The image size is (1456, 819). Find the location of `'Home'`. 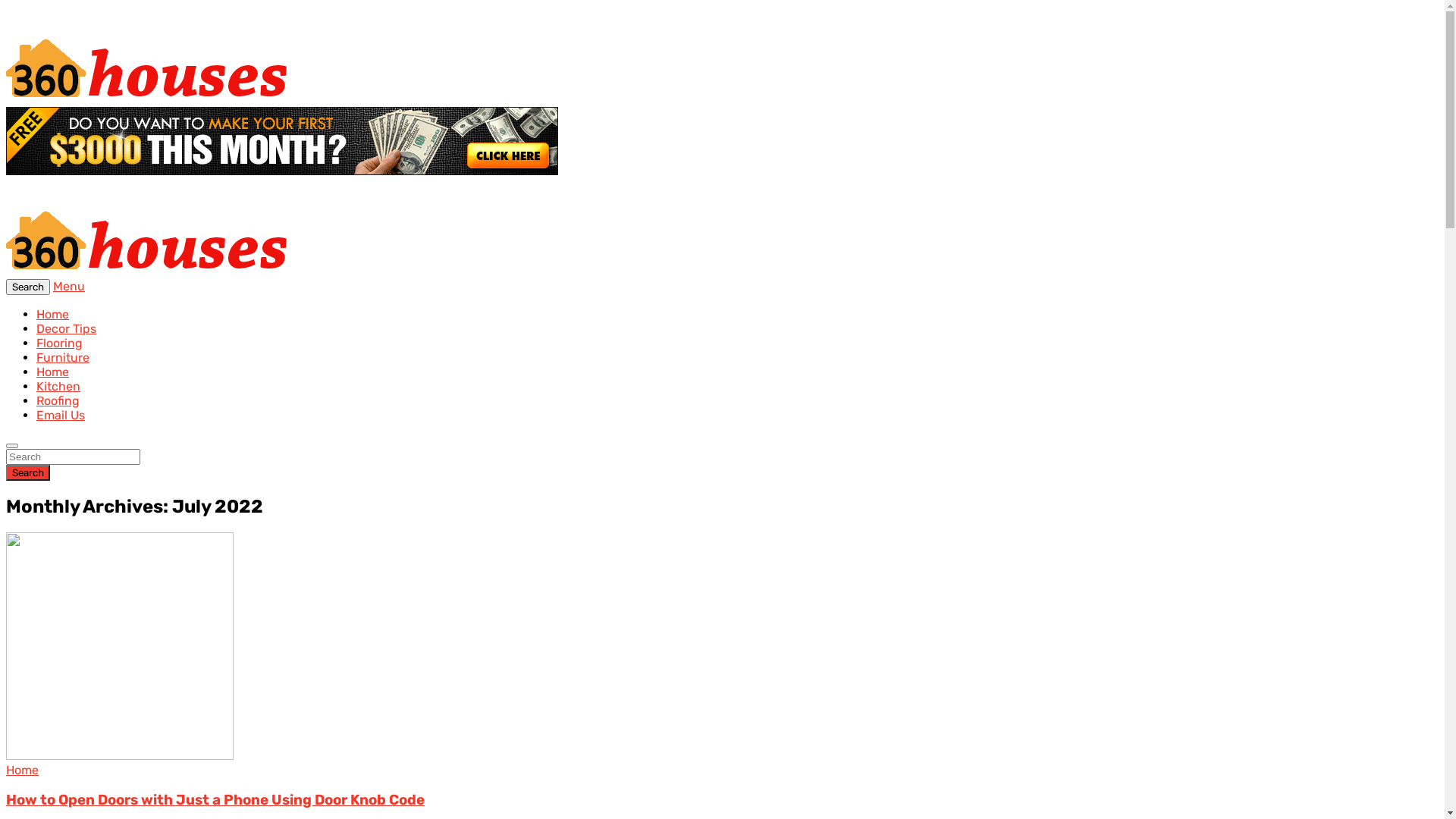

'Home' is located at coordinates (6, 770).